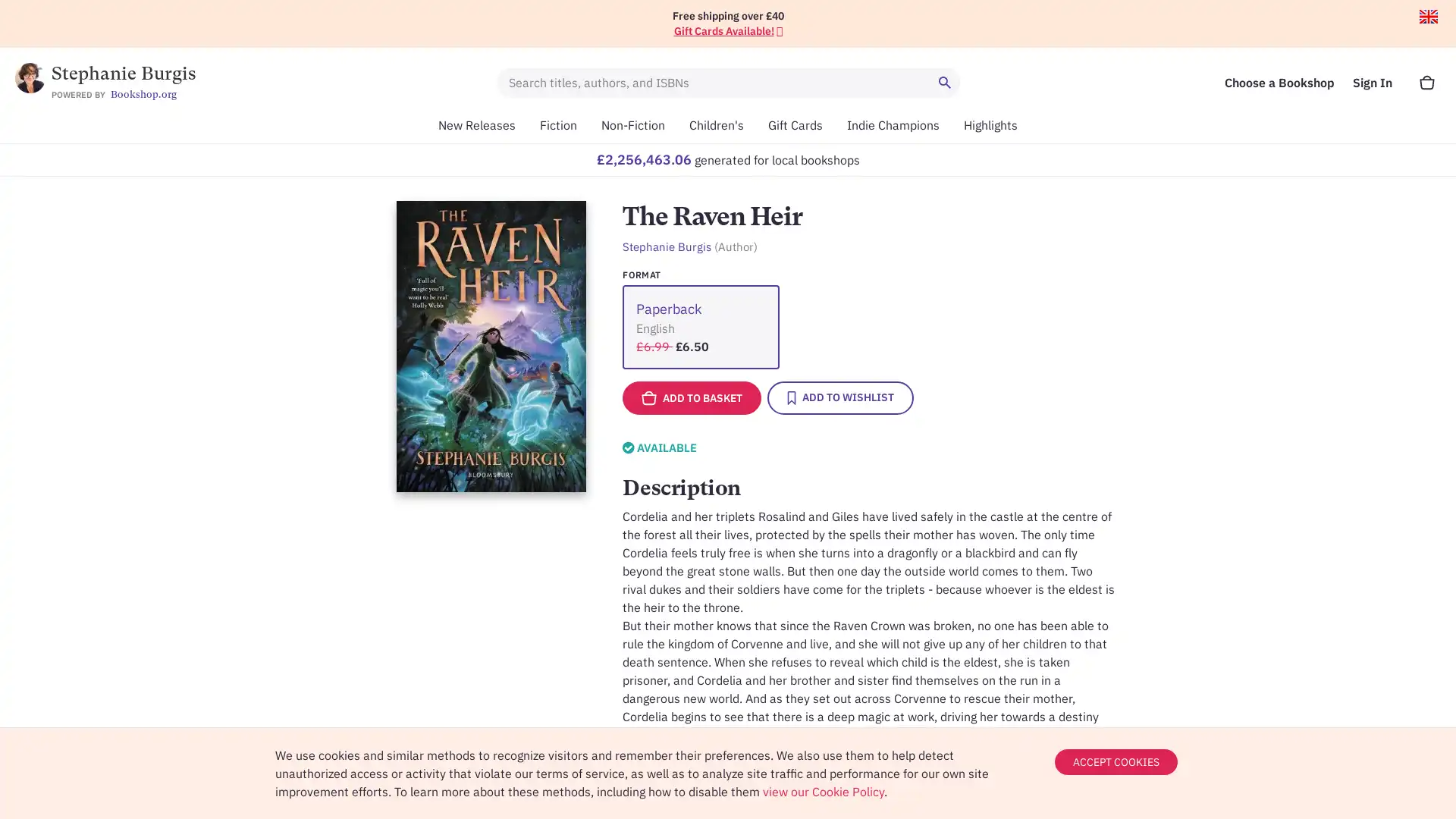 The width and height of the screenshot is (1456, 819). Describe the element at coordinates (946, 82) in the screenshot. I see `Search` at that location.